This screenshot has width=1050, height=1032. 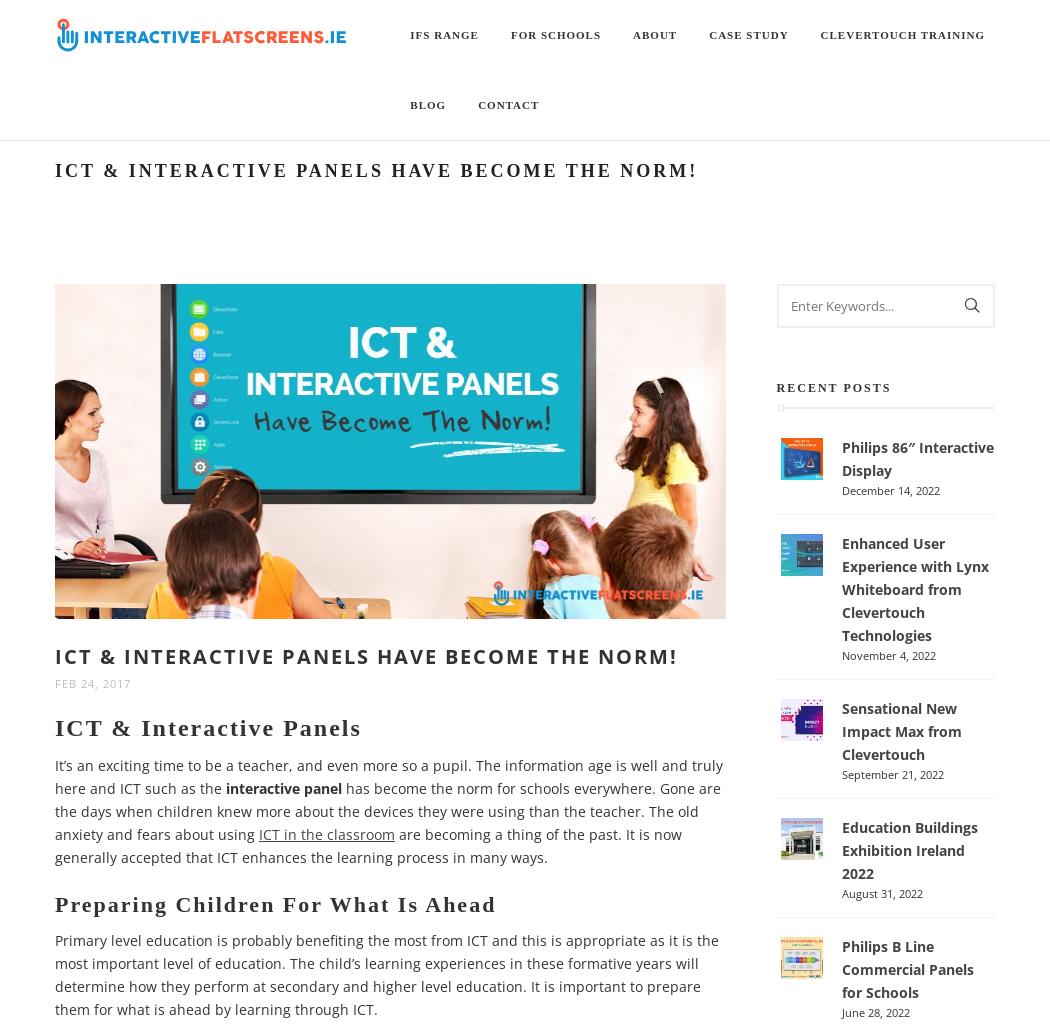 I want to click on 'August 31, 2022', so click(x=880, y=893).